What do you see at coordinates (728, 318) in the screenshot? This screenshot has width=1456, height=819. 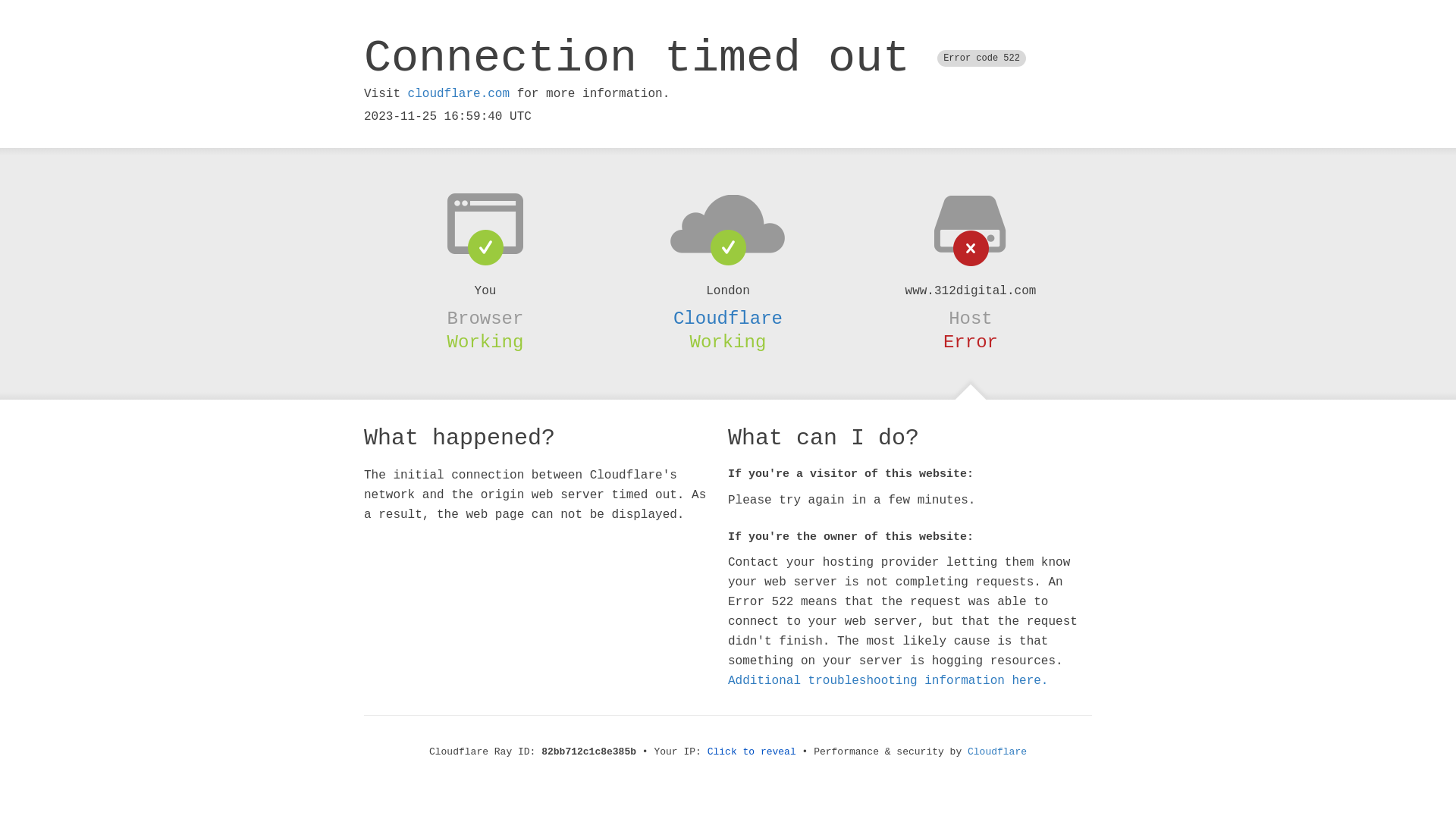 I see `'Cloudflare'` at bounding box center [728, 318].